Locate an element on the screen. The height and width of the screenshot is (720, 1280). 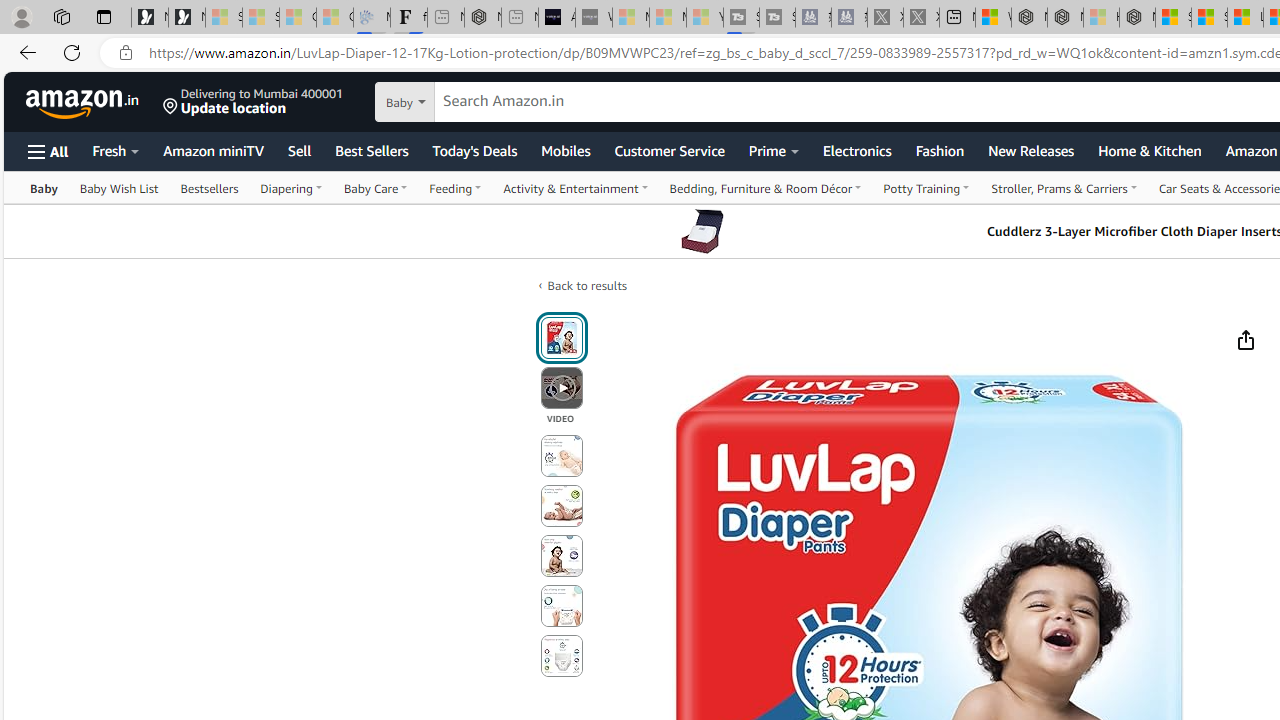
'Newsletter Sign Up' is located at coordinates (186, 17).